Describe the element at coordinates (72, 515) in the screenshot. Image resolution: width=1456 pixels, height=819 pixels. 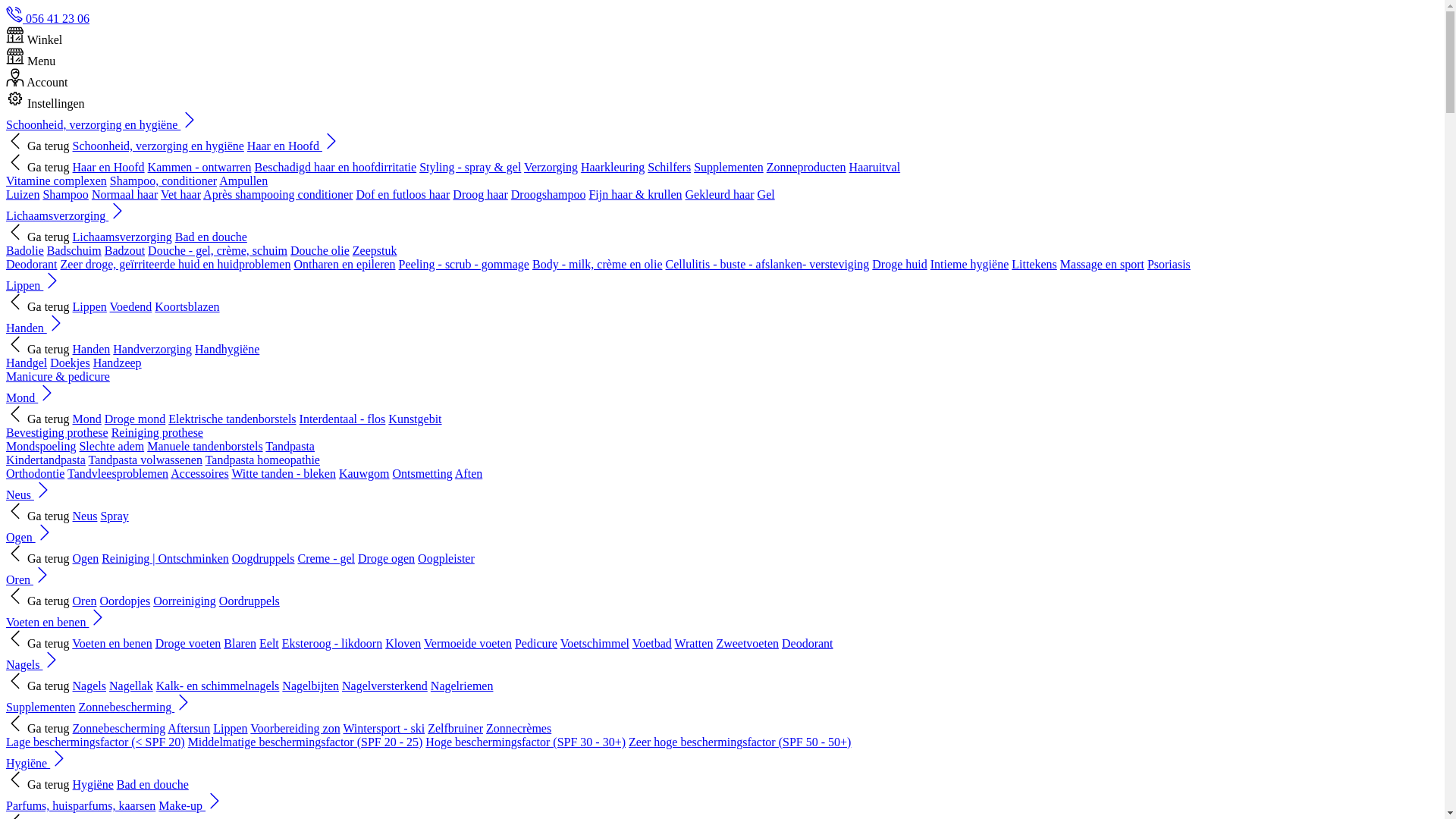
I see `'Neus'` at that location.